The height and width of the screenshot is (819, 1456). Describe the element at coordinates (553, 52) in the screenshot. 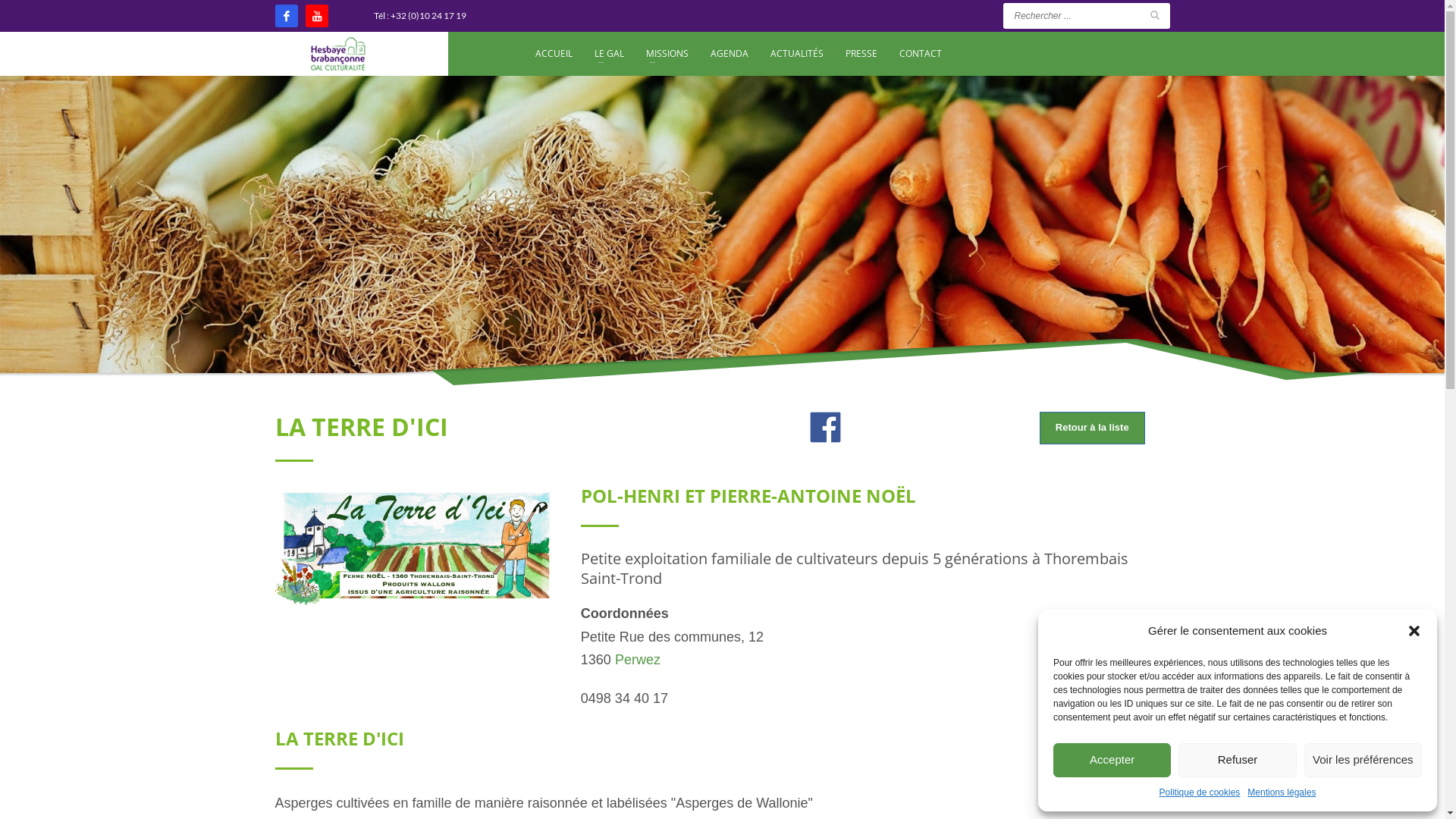

I see `'ACCUEIL'` at that location.